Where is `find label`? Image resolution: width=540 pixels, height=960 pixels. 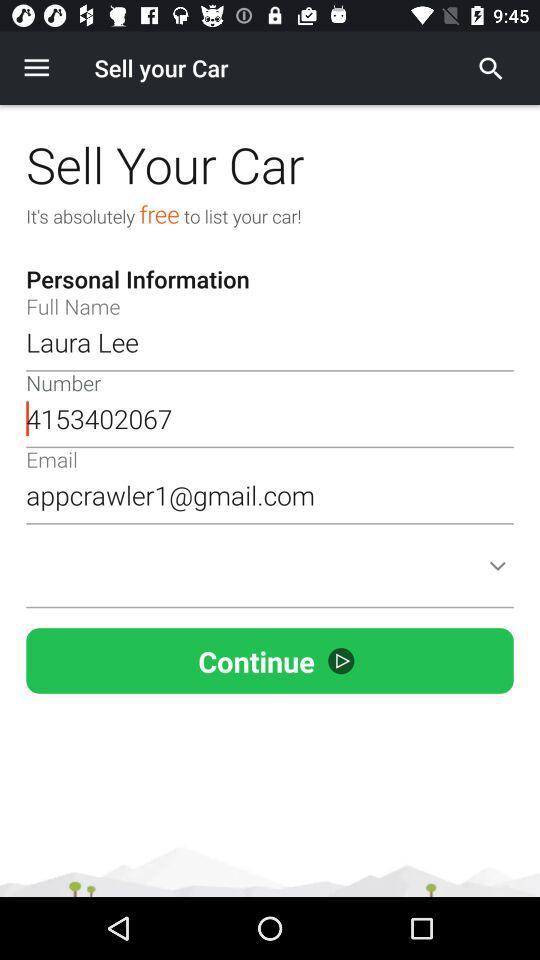 find label is located at coordinates (490, 68).